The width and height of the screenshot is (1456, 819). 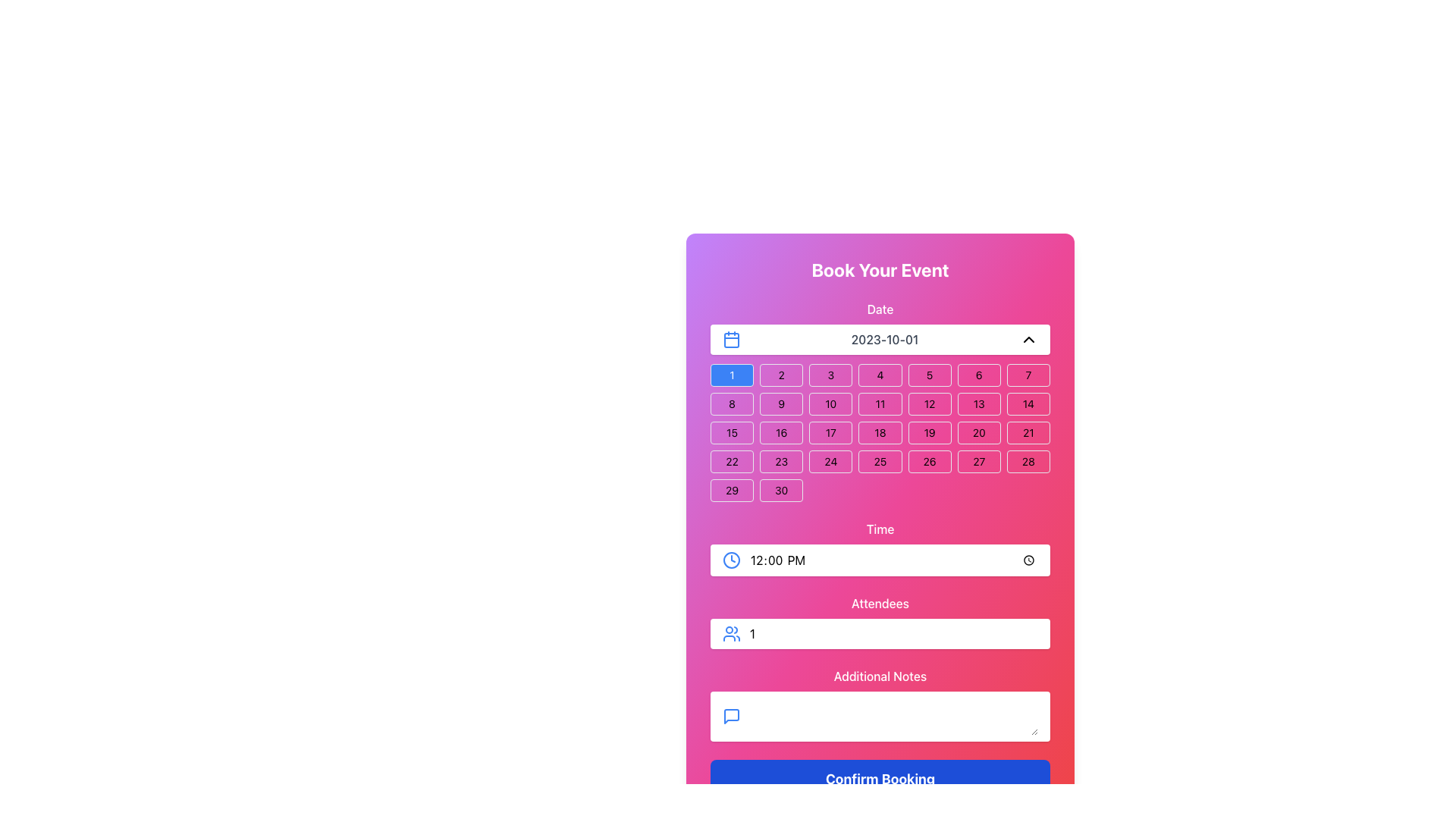 What do you see at coordinates (880, 560) in the screenshot?
I see `the Time input field located in the 'Time' section below the 'Date' section to focus the input` at bounding box center [880, 560].